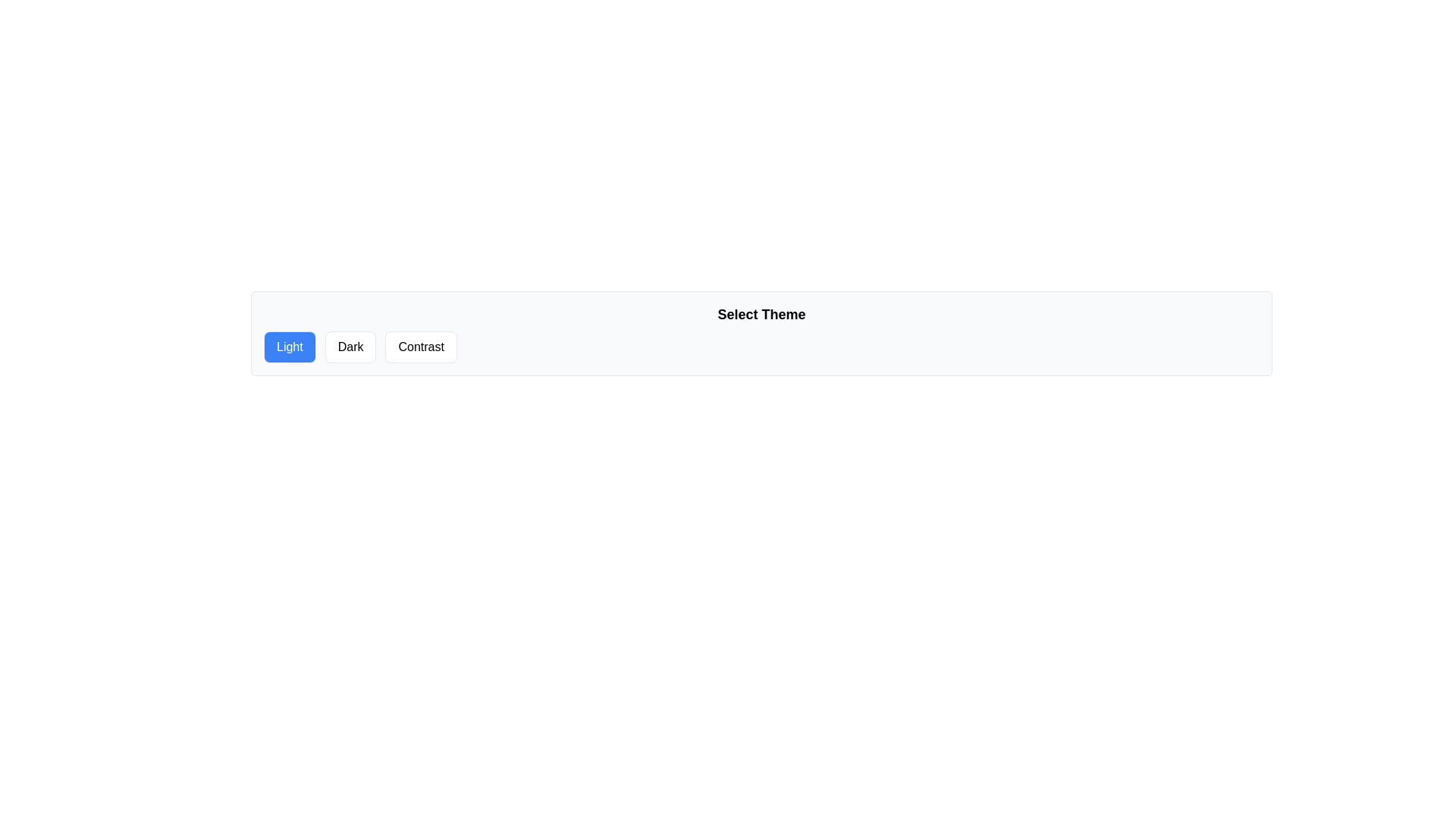  What do you see at coordinates (421, 347) in the screenshot?
I see `the 'Contrast' button, which is a rectangular button with rounded corners displaying the label 'Contrast' in black text` at bounding box center [421, 347].